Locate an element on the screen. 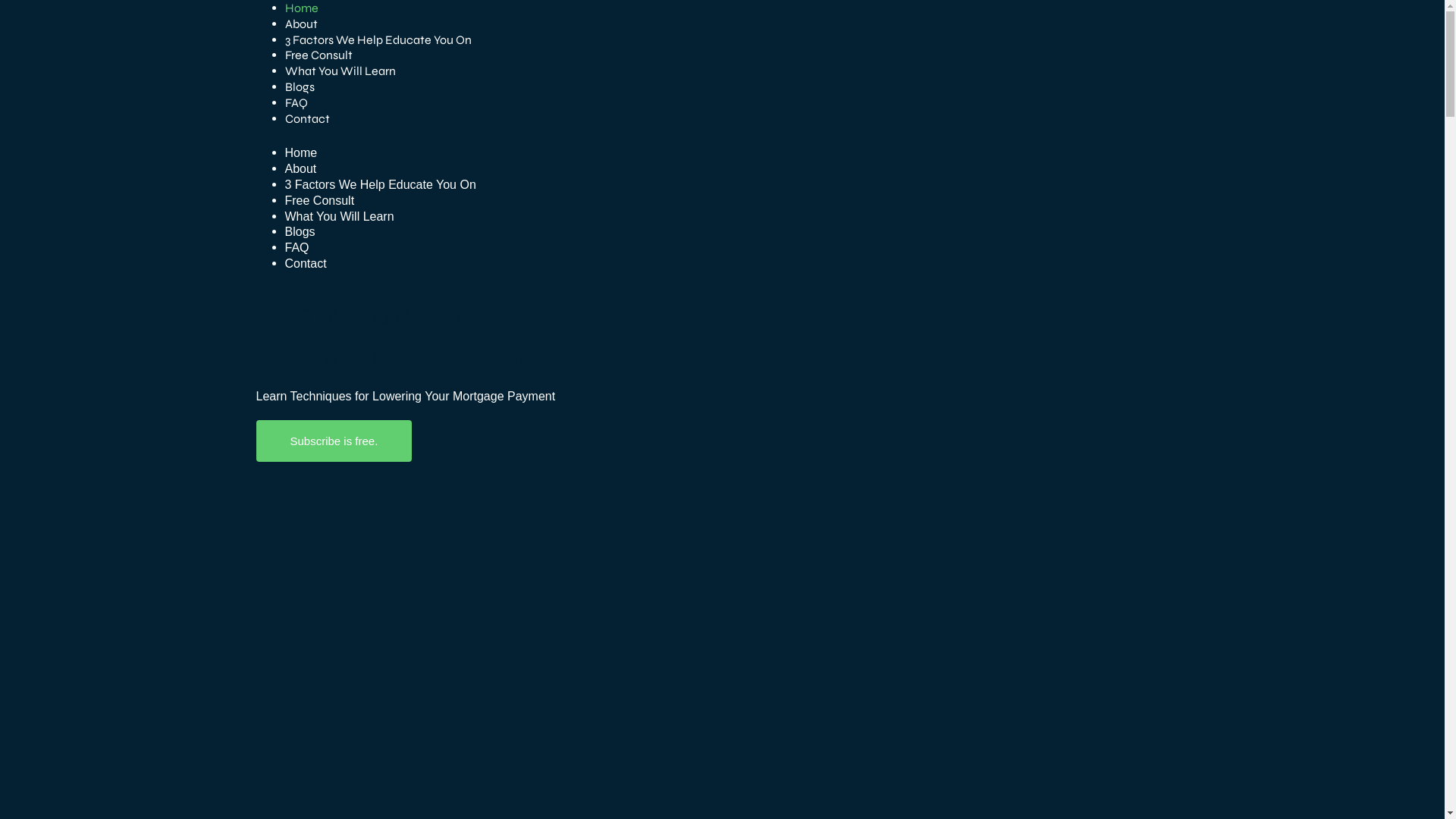 The width and height of the screenshot is (1456, 819). 'What You Will Learn' is located at coordinates (284, 216).